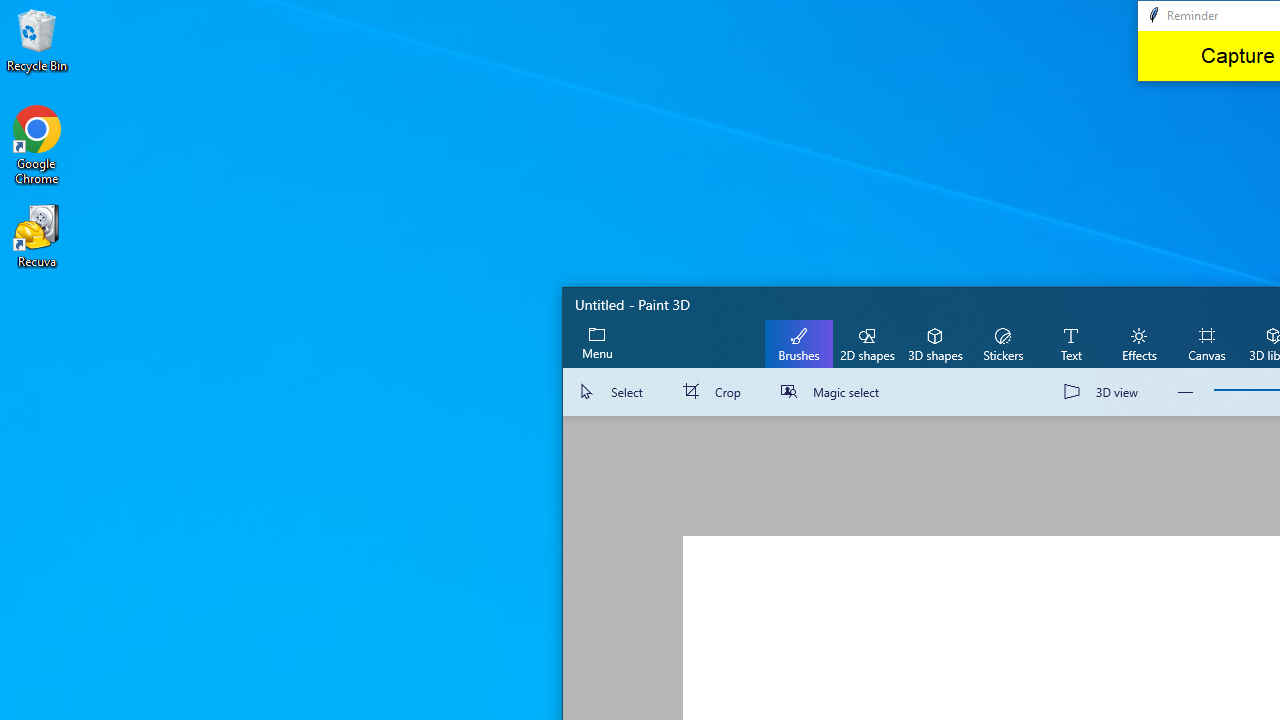  I want to click on '3D shapes', so click(934, 342).